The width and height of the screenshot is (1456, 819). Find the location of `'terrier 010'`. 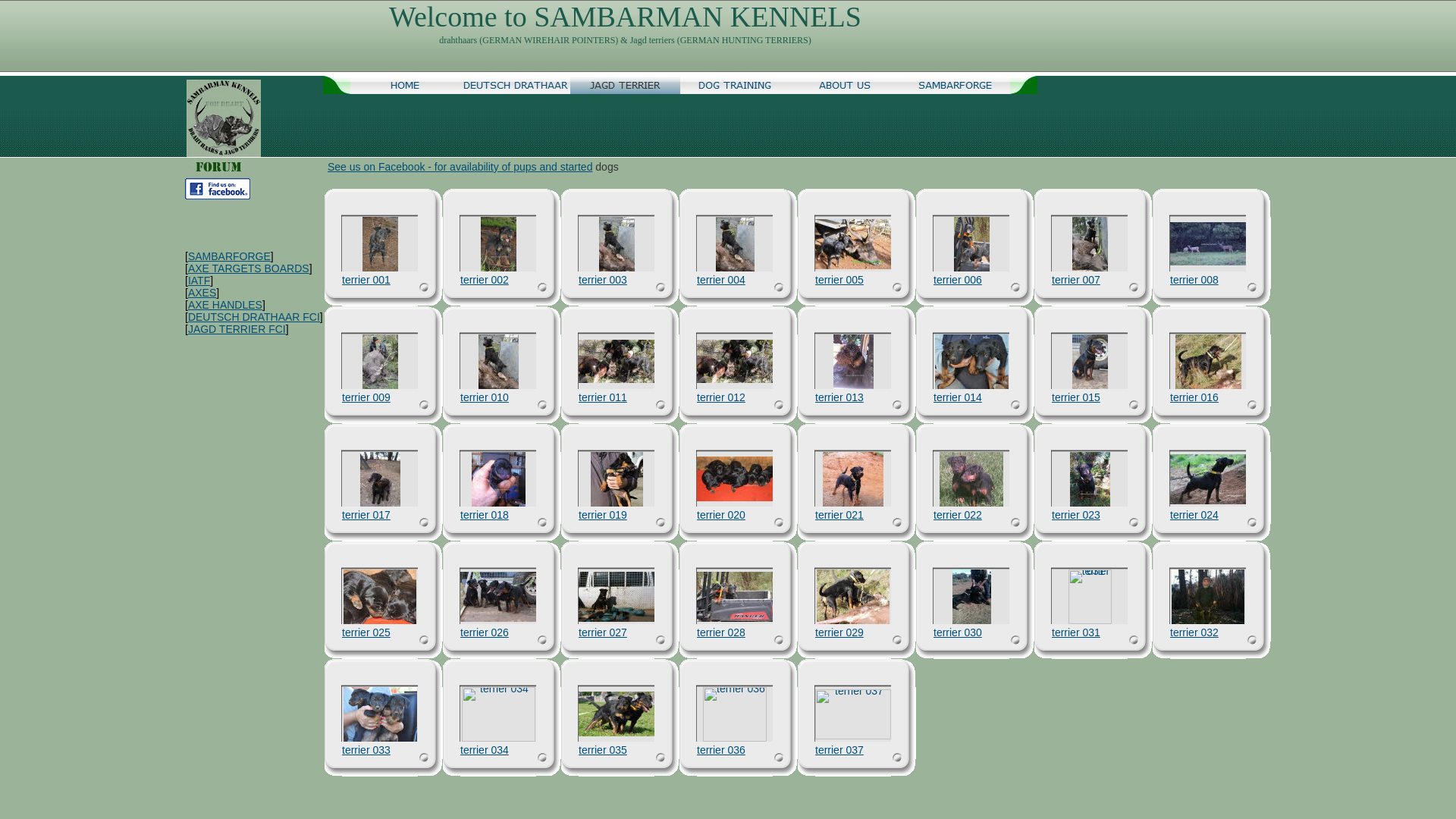

'terrier 010' is located at coordinates (497, 362).